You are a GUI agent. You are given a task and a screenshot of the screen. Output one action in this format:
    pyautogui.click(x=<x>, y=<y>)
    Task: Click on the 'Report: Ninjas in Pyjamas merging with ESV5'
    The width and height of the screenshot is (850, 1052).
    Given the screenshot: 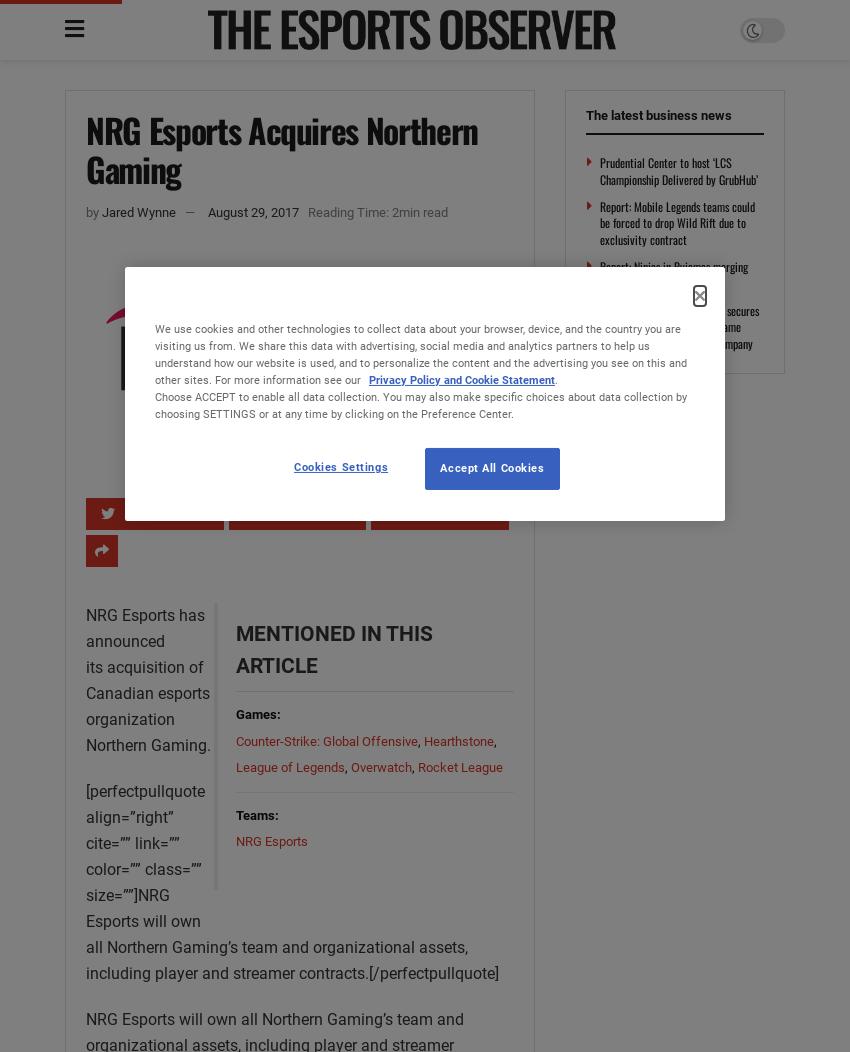 What is the action you would take?
    pyautogui.click(x=673, y=274)
    